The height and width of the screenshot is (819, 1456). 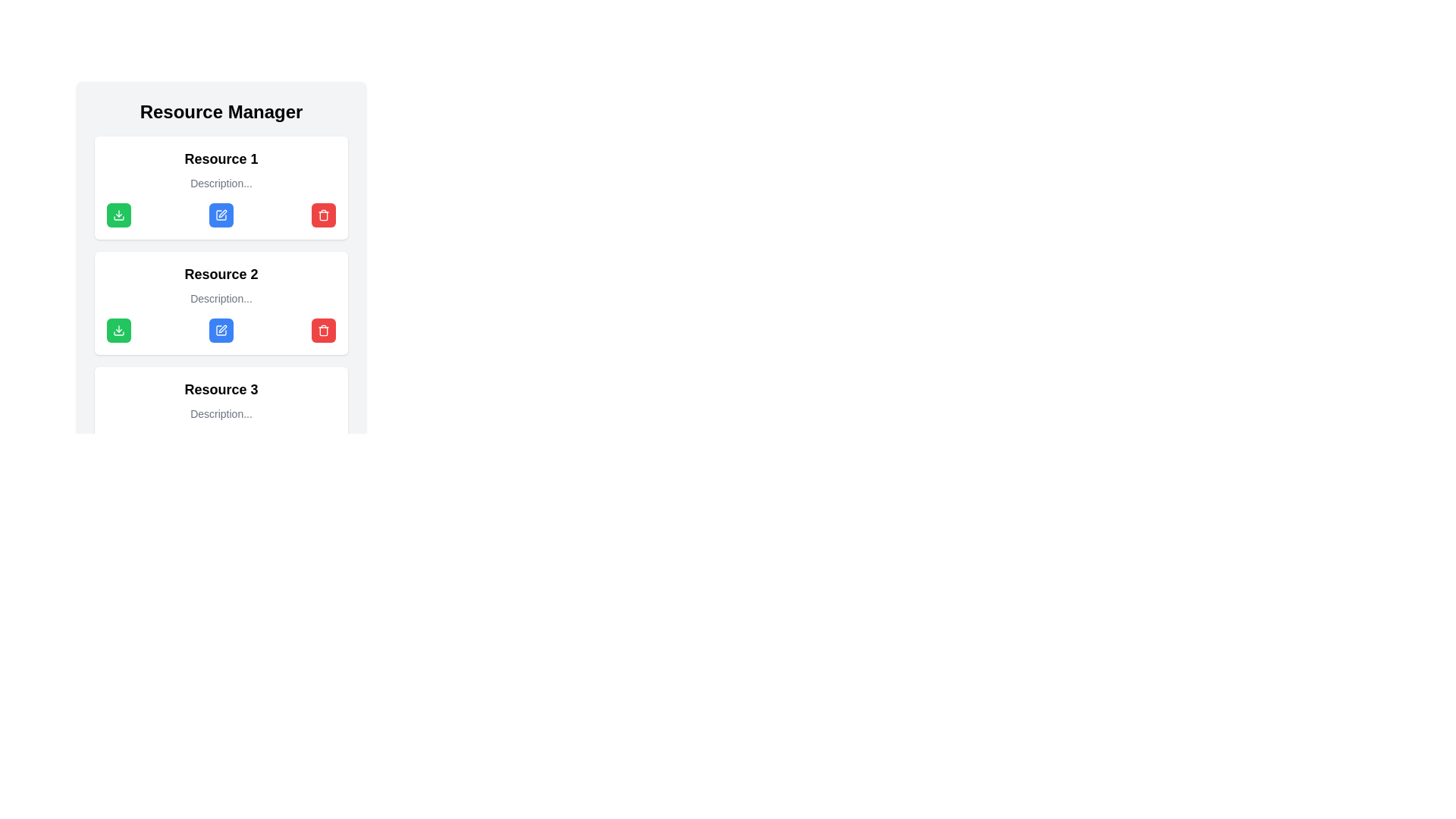 What do you see at coordinates (323, 791) in the screenshot?
I see `the delete button located in the 'Resource 3' section, which is the third button in a horizontal group, positioned to the far right adjacent to the edit and download buttons` at bounding box center [323, 791].